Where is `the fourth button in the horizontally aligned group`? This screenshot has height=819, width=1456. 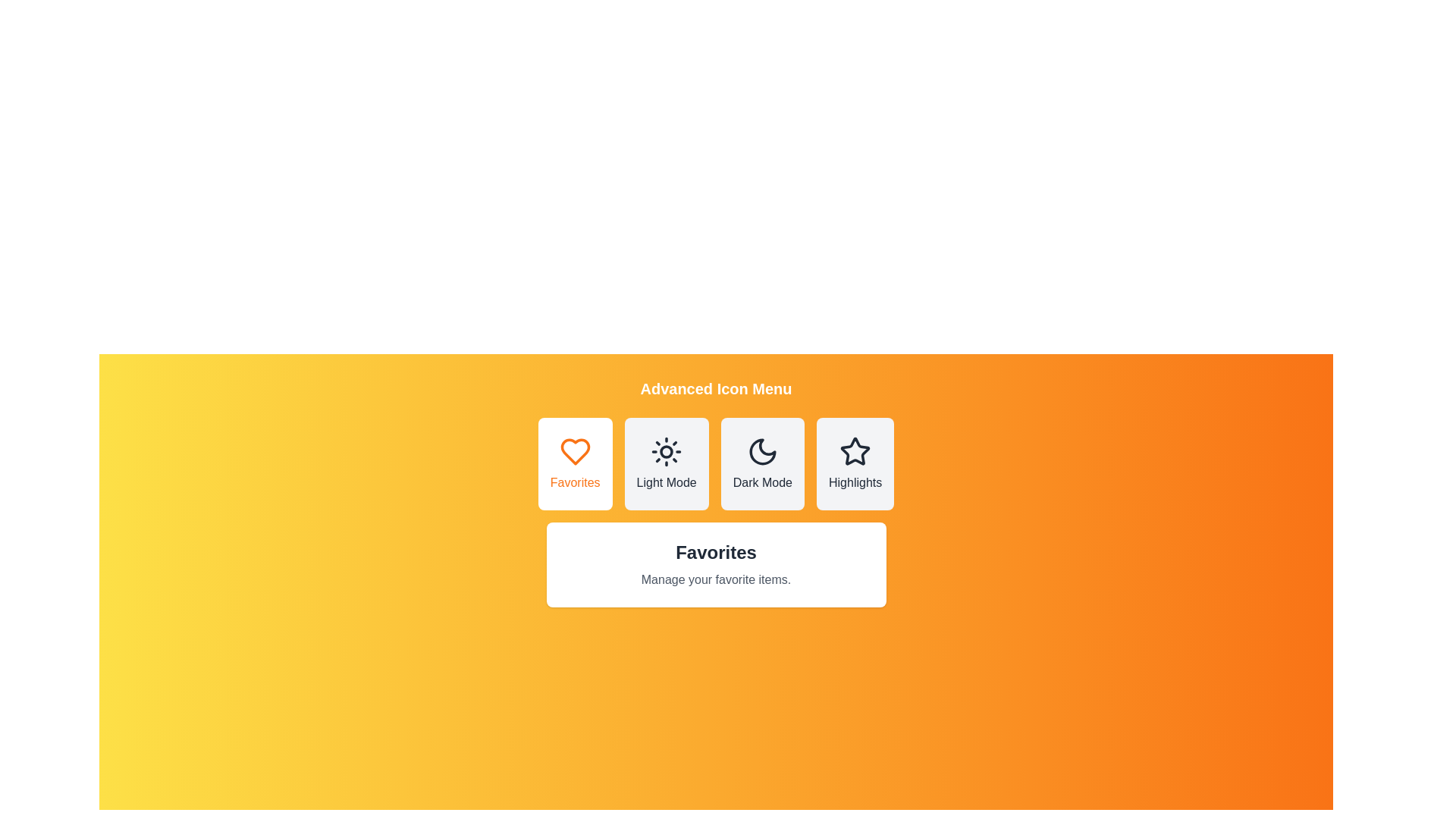
the fourth button in the horizontally aligned group is located at coordinates (855, 463).